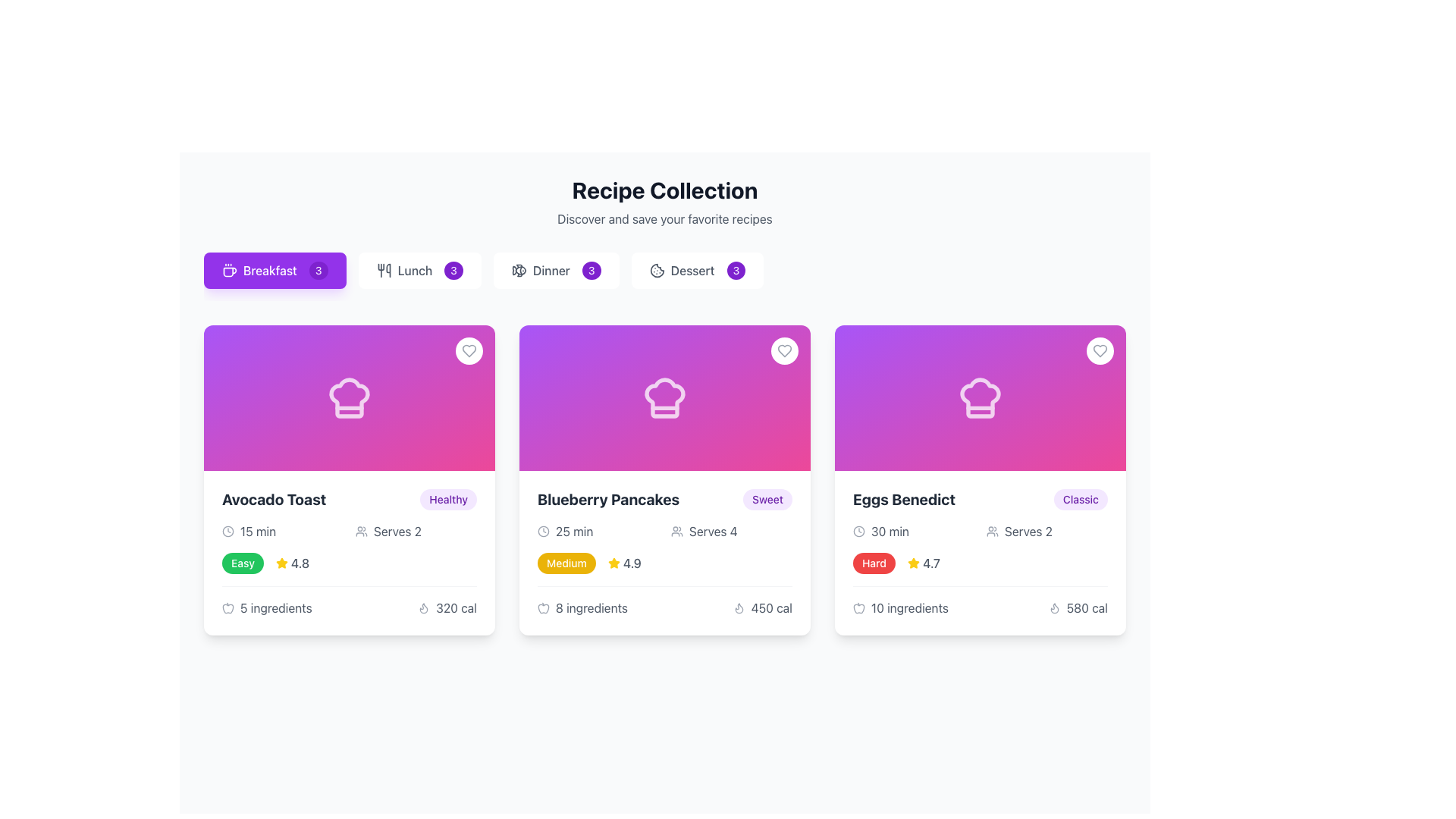 Image resolution: width=1456 pixels, height=819 pixels. What do you see at coordinates (665, 277) in the screenshot?
I see `the 'Dessert' recipes button, which is the fourth button in the group under the 'Recipe Collection' heading` at bounding box center [665, 277].